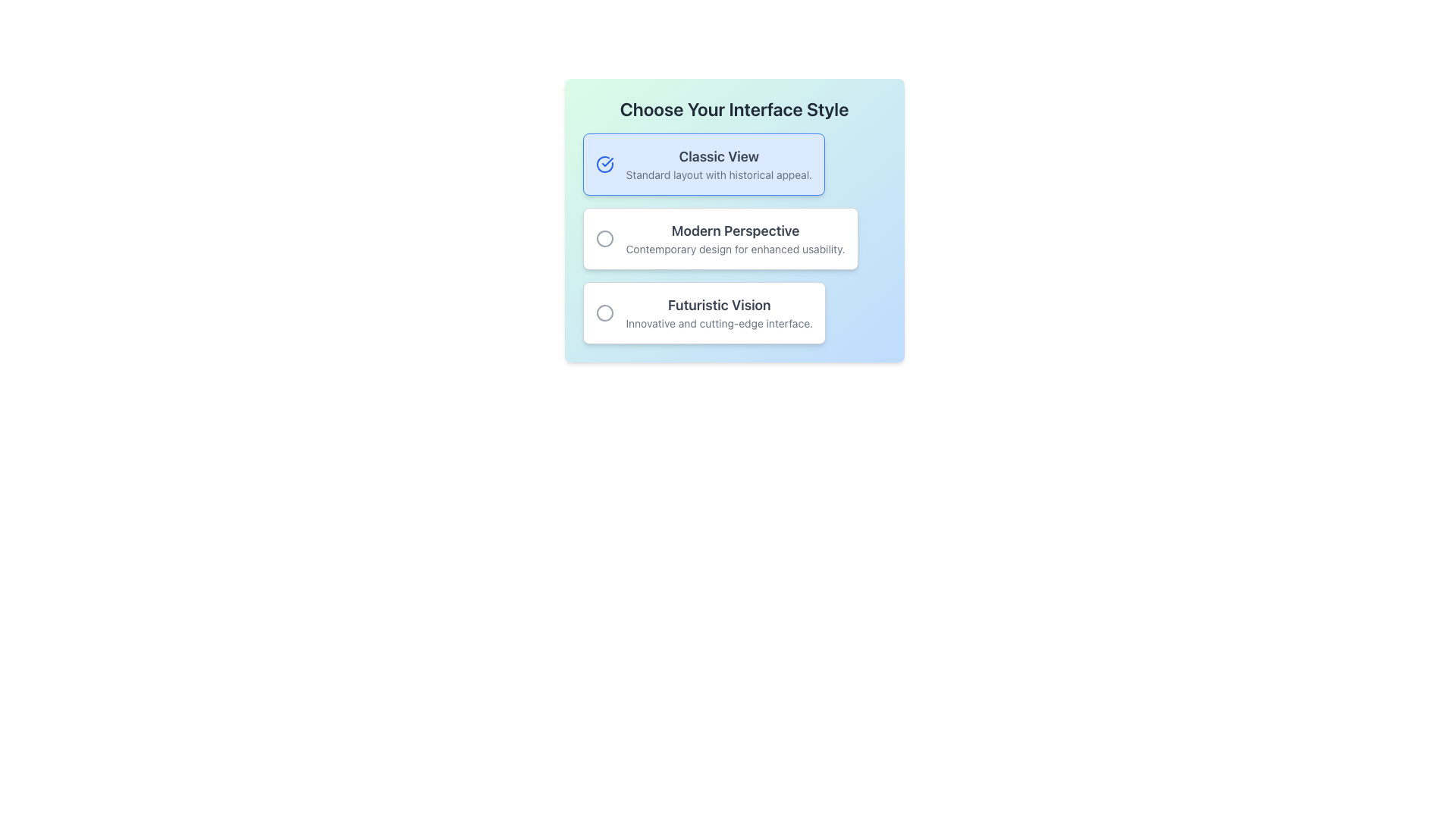 This screenshot has height=819, width=1456. Describe the element at coordinates (718, 312) in the screenshot. I see `text displayed in the element labeled 'Futuristic Vision' with the subtext 'Innovative and cutting-edge interface.'` at that location.